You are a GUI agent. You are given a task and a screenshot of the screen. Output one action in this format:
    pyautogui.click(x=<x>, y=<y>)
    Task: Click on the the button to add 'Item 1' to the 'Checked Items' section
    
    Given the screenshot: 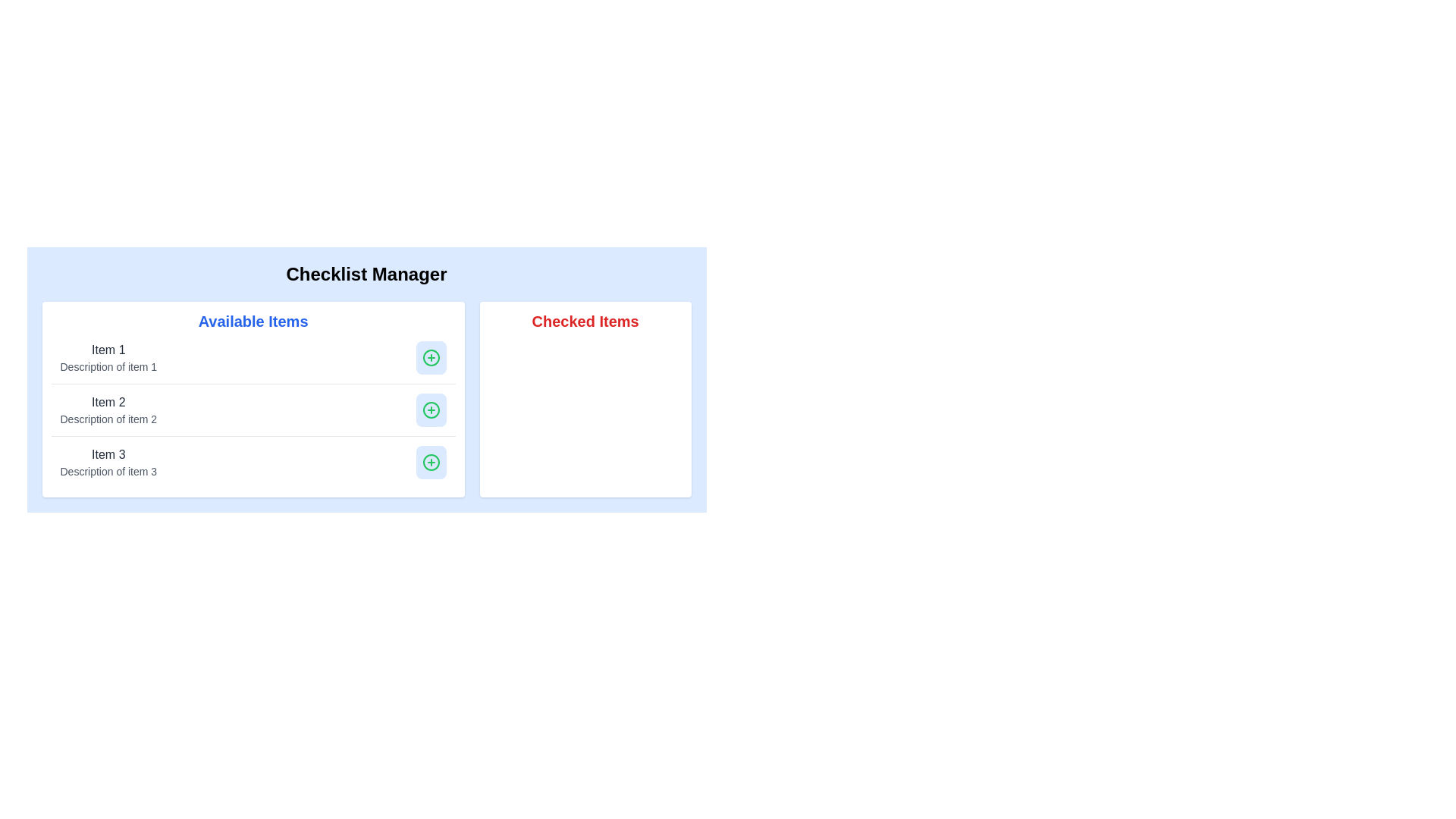 What is the action you would take?
    pyautogui.click(x=430, y=357)
    